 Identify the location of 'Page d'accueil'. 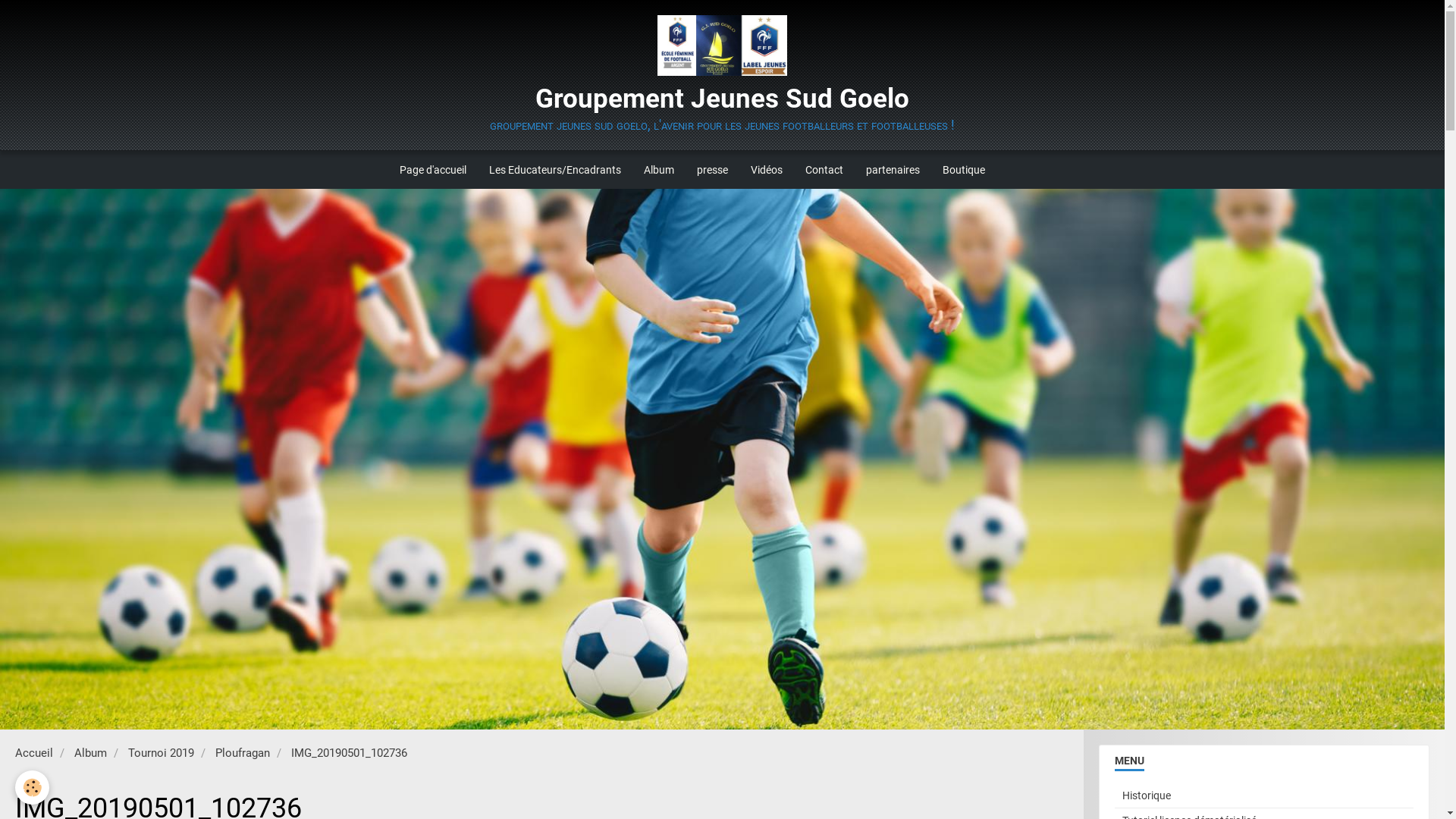
(388, 169).